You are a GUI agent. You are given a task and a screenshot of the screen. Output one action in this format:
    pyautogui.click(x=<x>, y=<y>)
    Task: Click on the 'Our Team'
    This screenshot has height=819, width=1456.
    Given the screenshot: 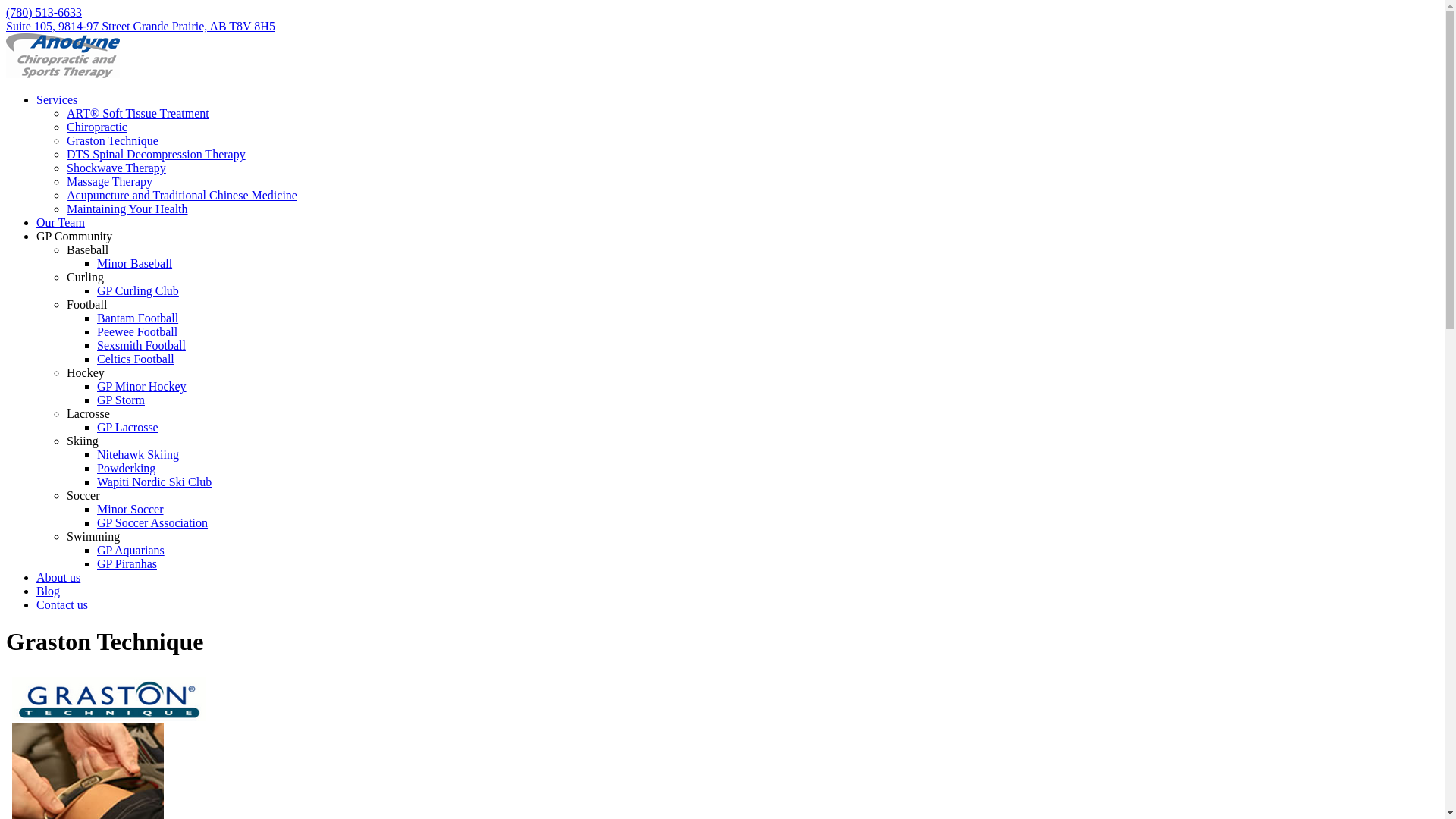 What is the action you would take?
    pyautogui.click(x=61, y=222)
    